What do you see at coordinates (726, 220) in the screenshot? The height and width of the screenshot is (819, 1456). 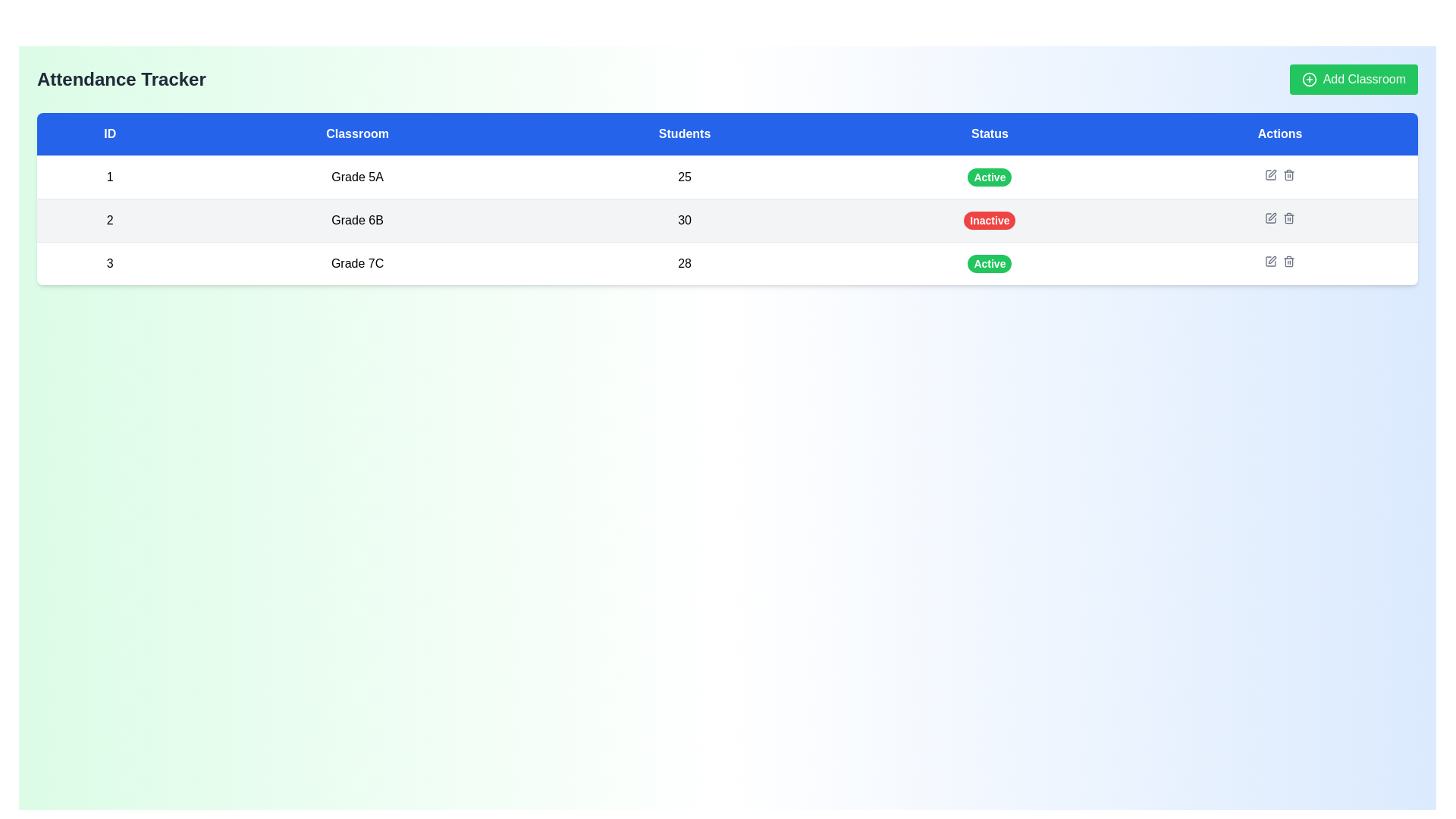 I see `anywhere in the second table row displaying details about the 'Grade 6B' classroom` at bounding box center [726, 220].